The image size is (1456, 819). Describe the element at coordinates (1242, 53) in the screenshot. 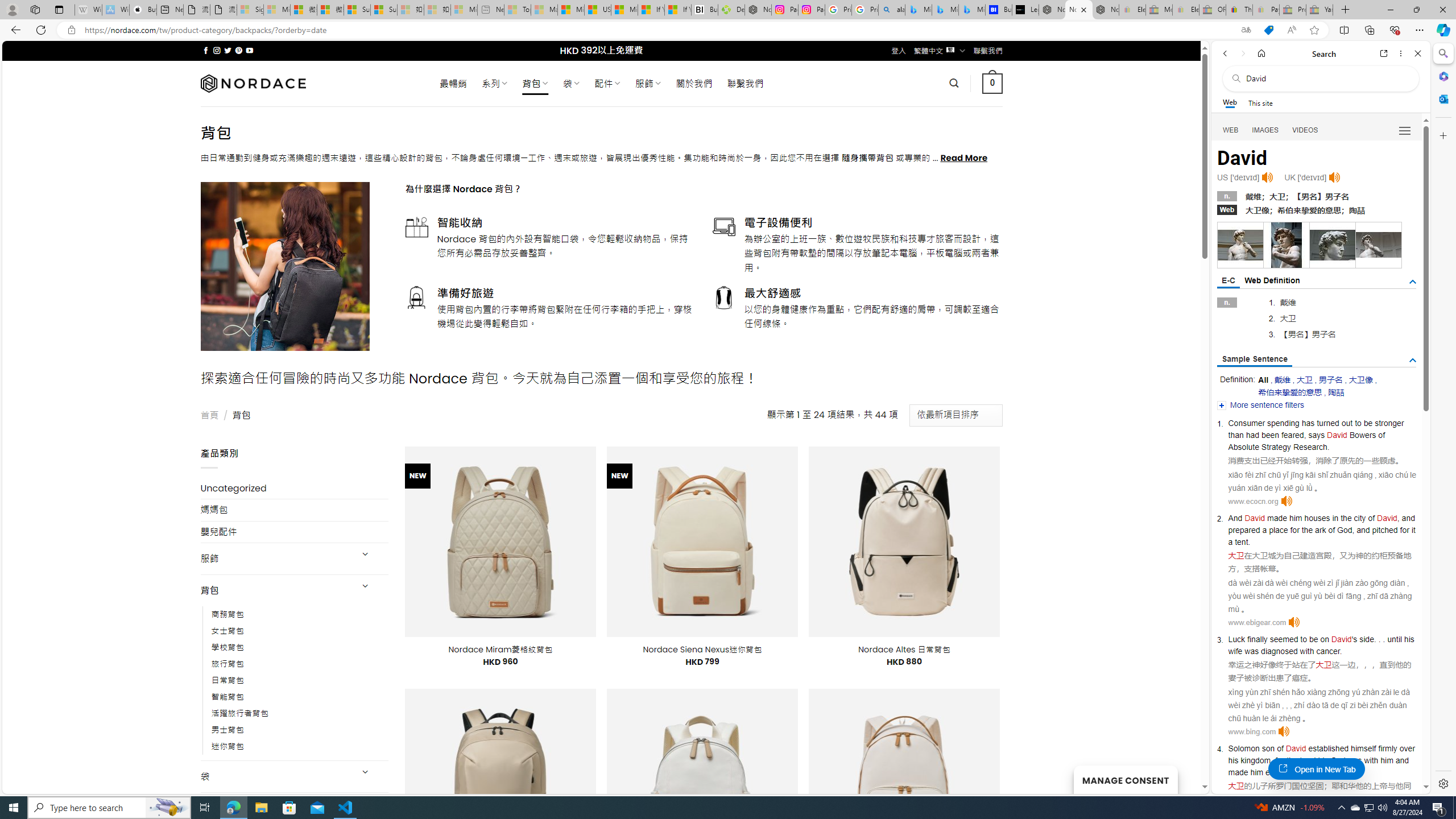

I see `'Forward'` at that location.